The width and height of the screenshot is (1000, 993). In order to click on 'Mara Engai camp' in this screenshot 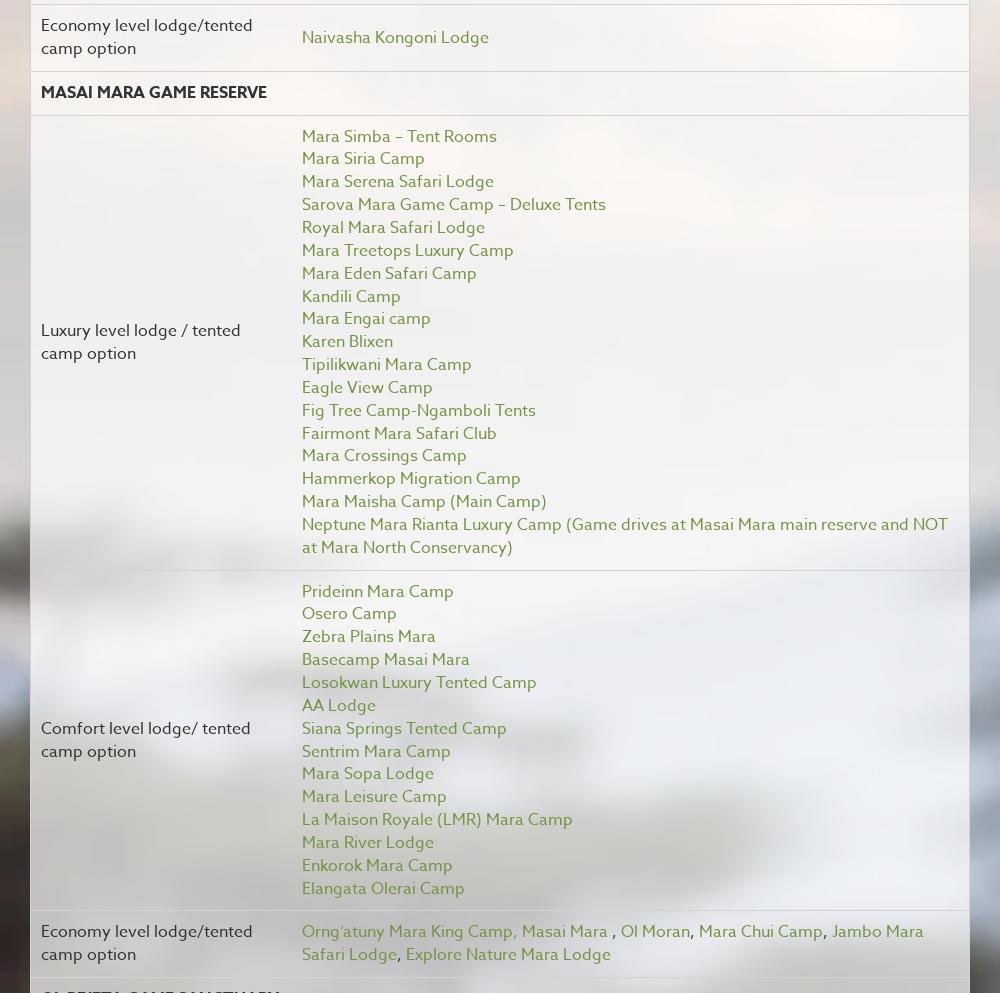, I will do `click(301, 317)`.